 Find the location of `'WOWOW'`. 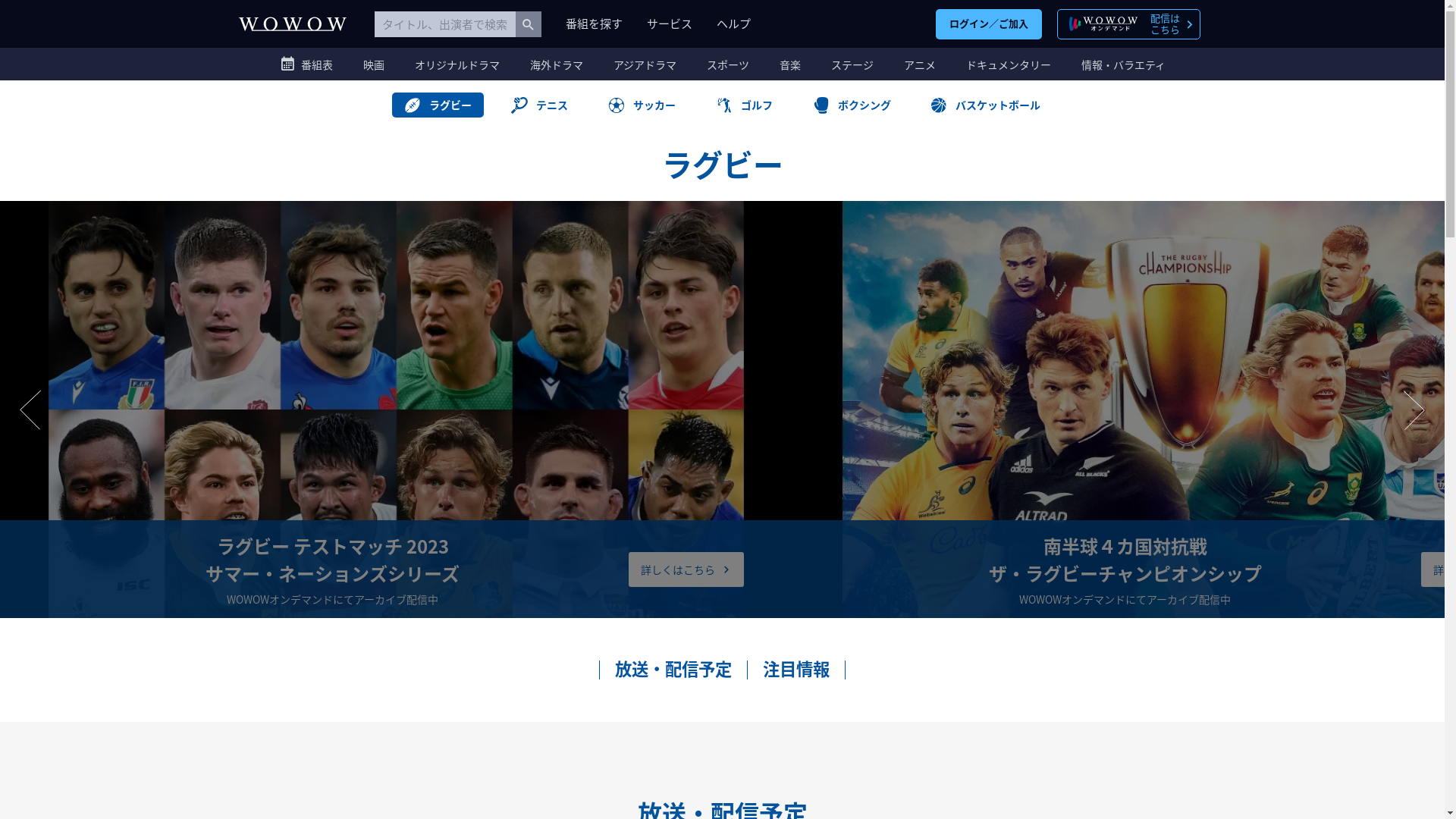

'WOWOW' is located at coordinates (236, 24).